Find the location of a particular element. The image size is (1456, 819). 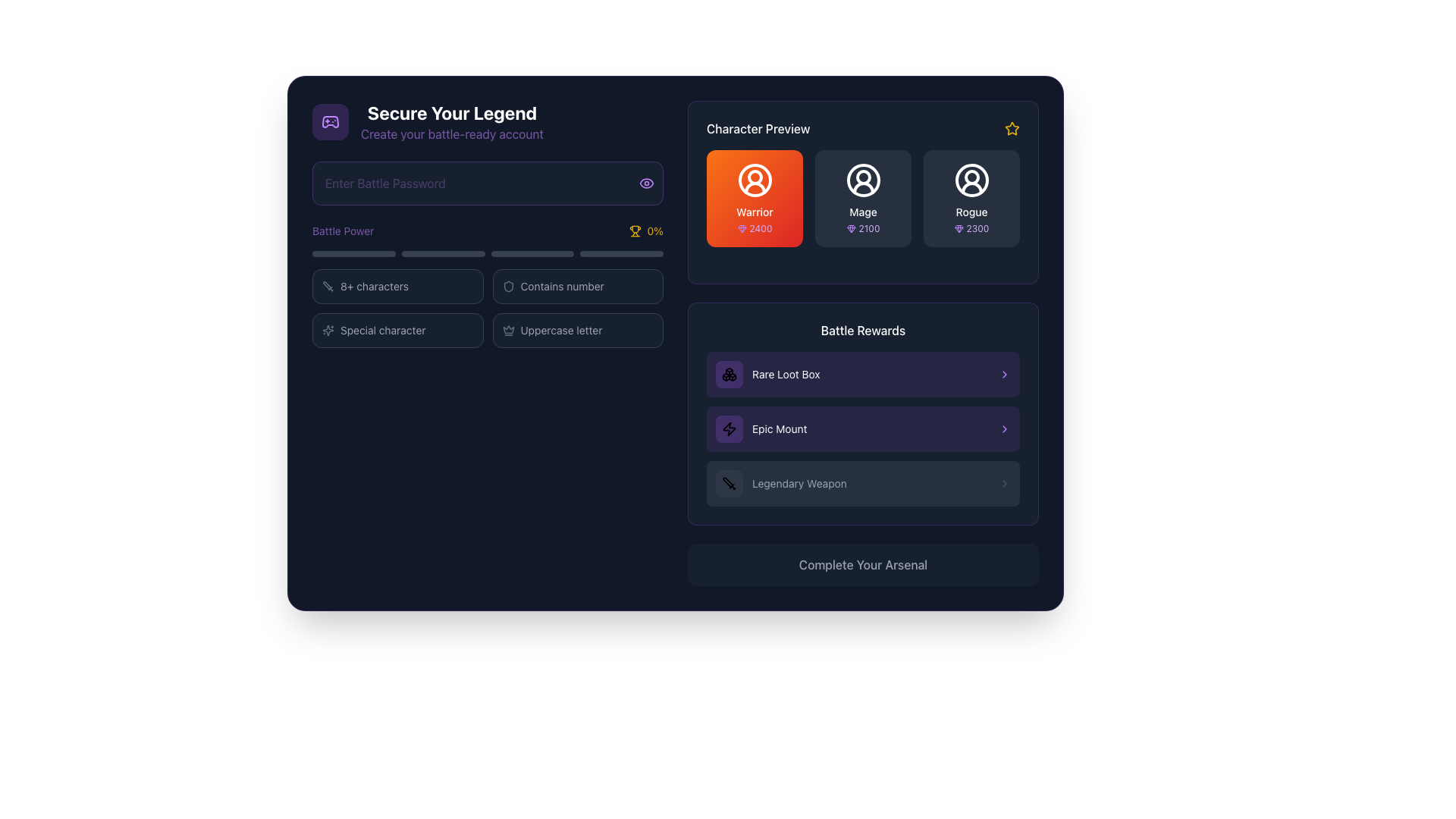

the 'Battle Power' text label, which is styled in purple on a dark background and is positioned near the top-left section of the layout, adjacent to the '0%' percentage indicator is located at coordinates (342, 231).